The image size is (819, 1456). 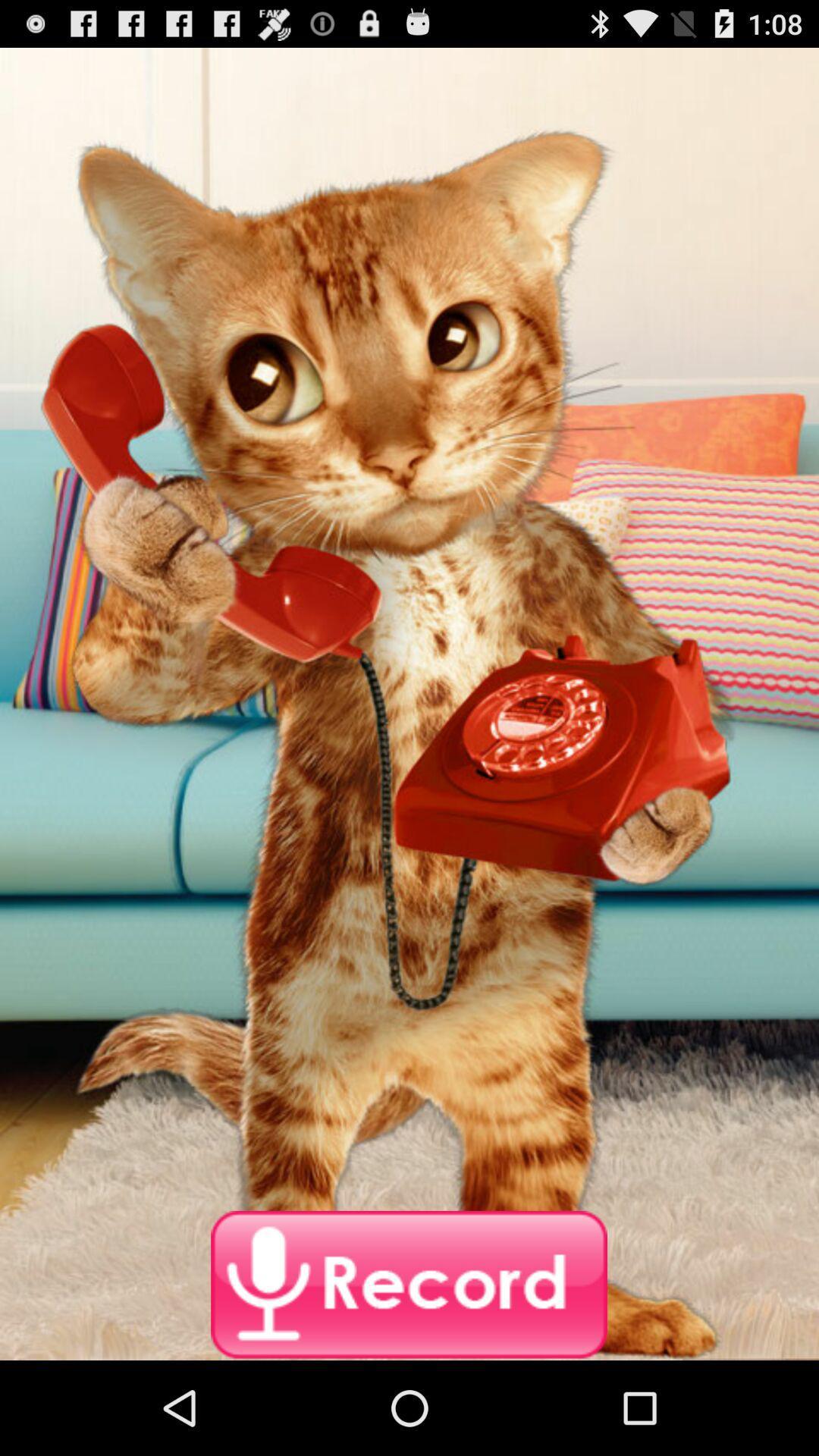 I want to click on record button, so click(x=408, y=1285).